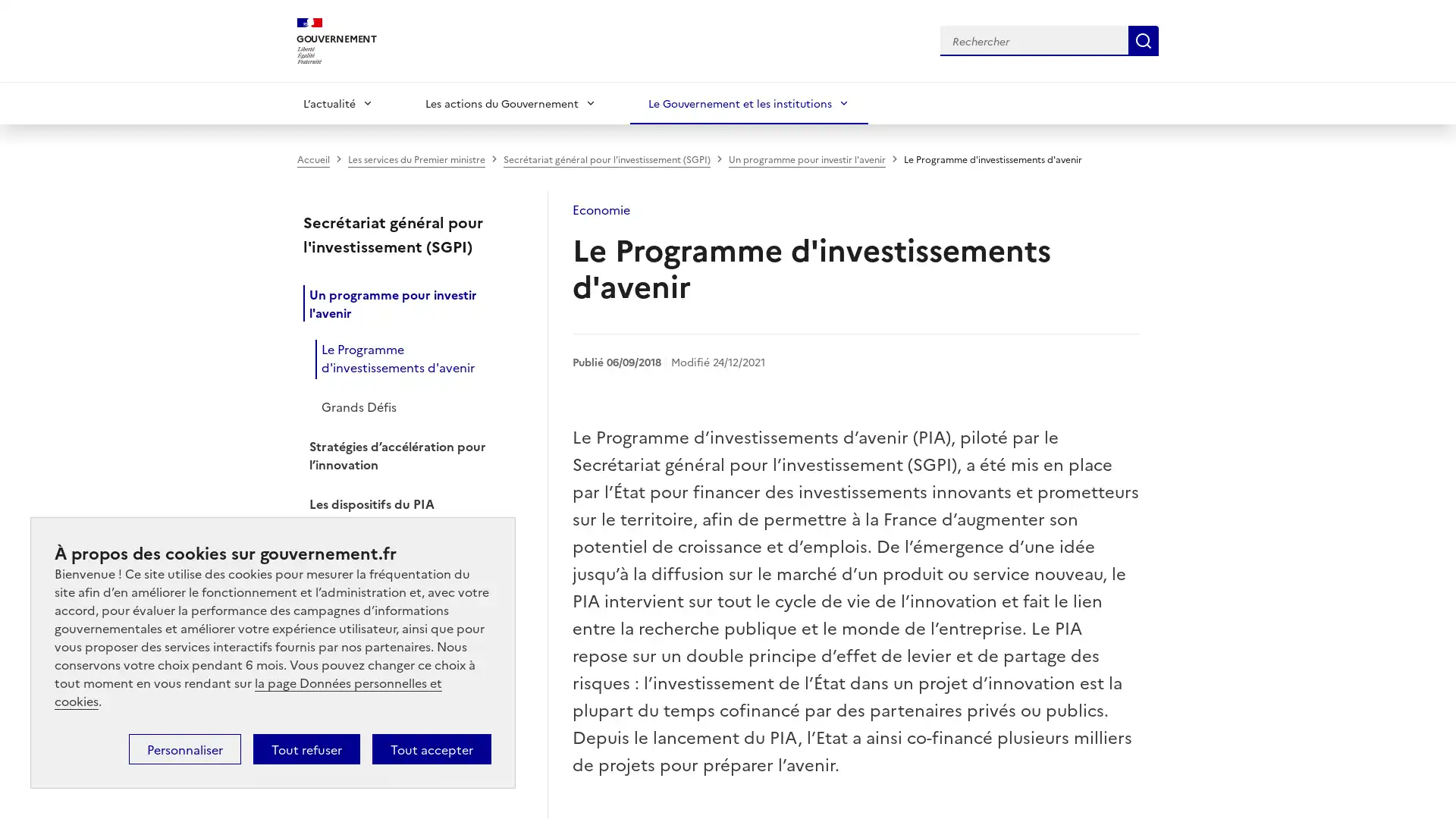 The image size is (1456, 819). I want to click on Les actions du Gouvernement, so click(510, 102).